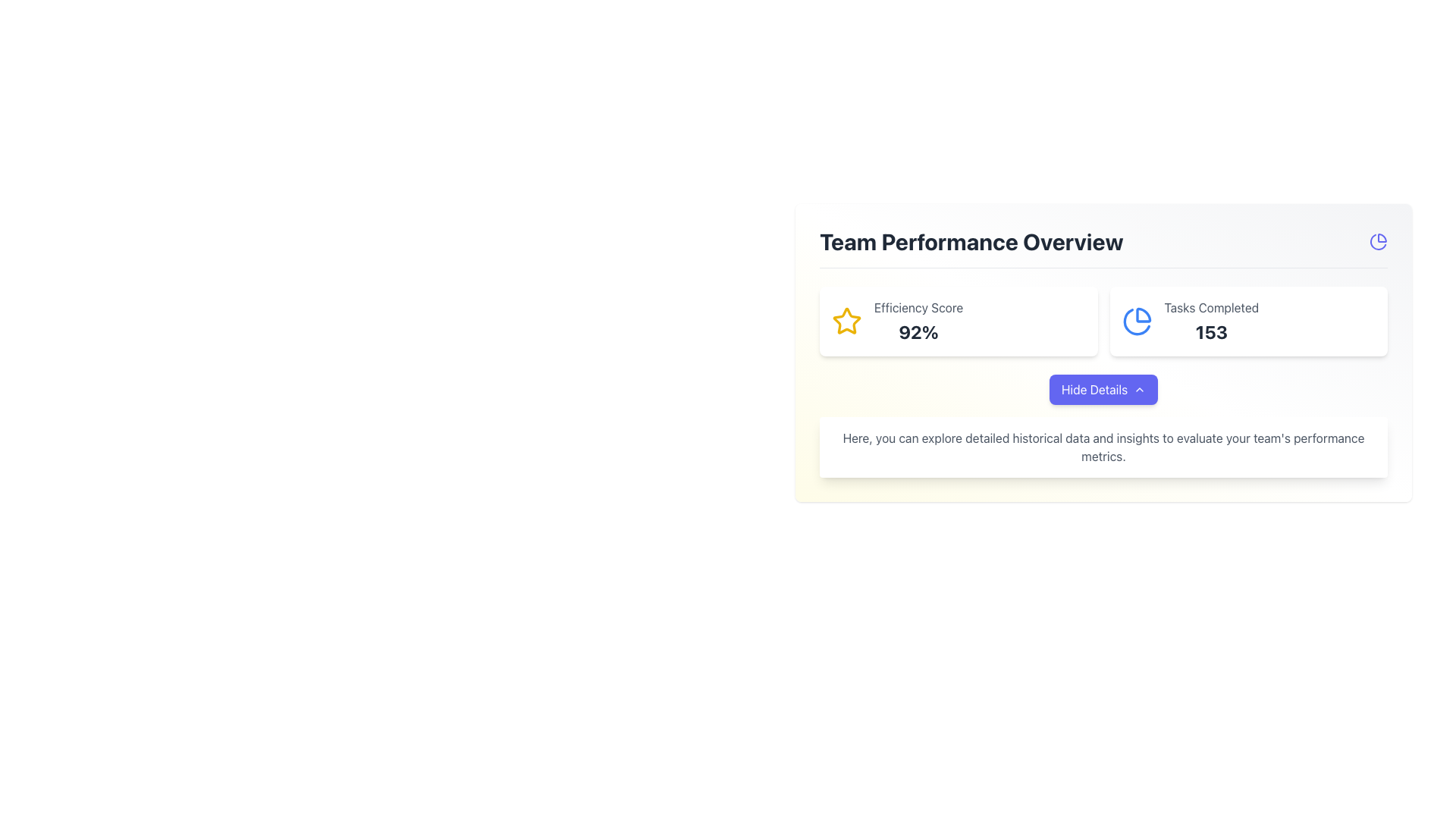 The image size is (1456, 819). I want to click on the upper-right segment of the pie chart icon representing data in the 'Team Performance Overview' section, so click(1143, 314).